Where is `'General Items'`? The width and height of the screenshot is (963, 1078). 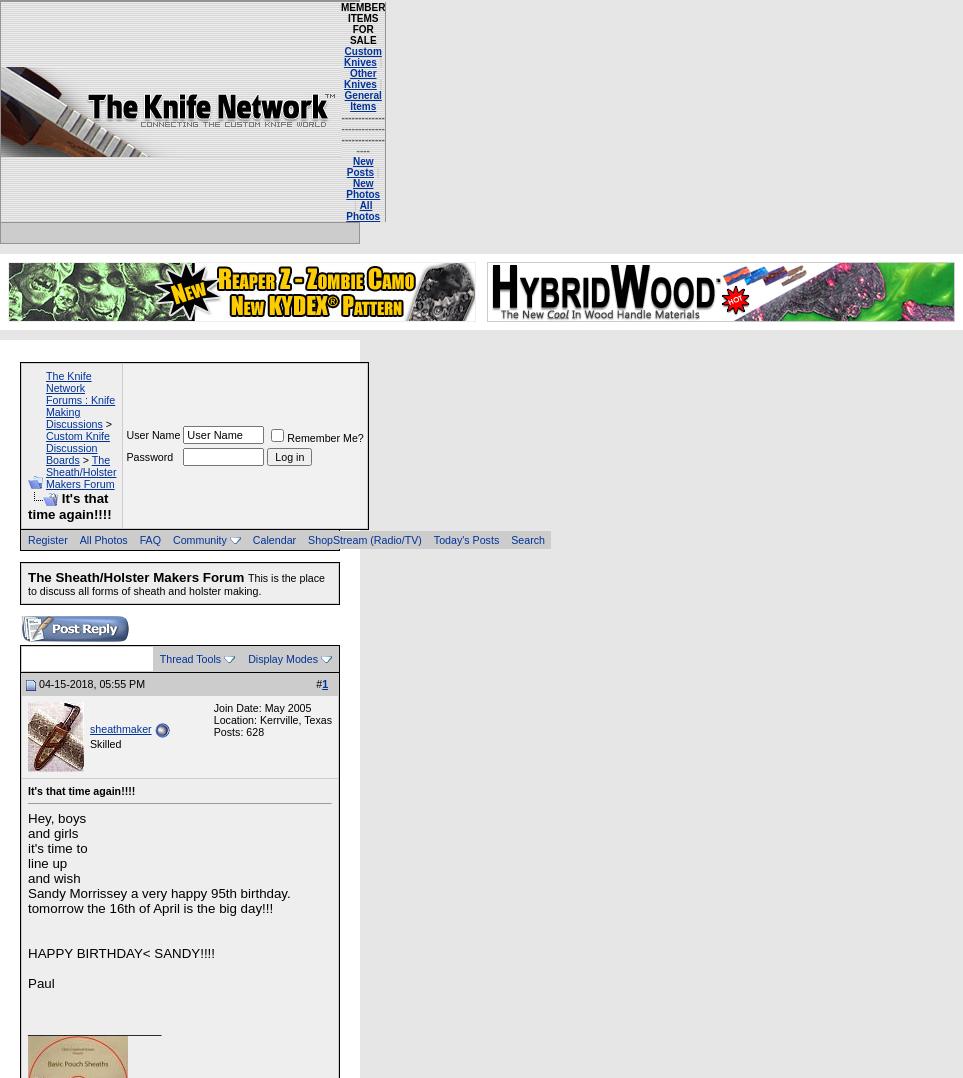
'General Items' is located at coordinates (361, 100).